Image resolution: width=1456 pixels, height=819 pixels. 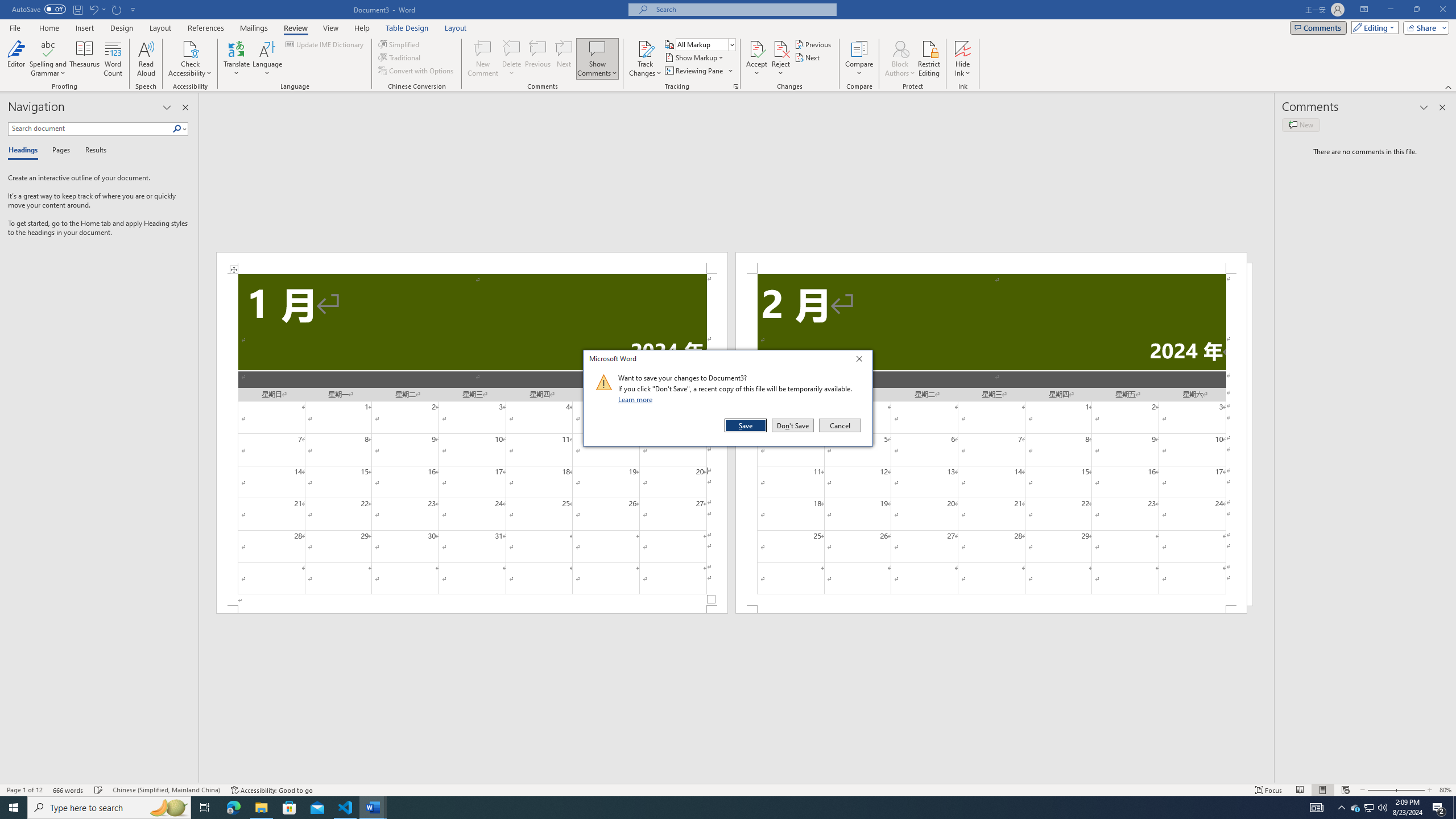 What do you see at coordinates (260, 806) in the screenshot?
I see `'File Explorer - 1 running window'` at bounding box center [260, 806].